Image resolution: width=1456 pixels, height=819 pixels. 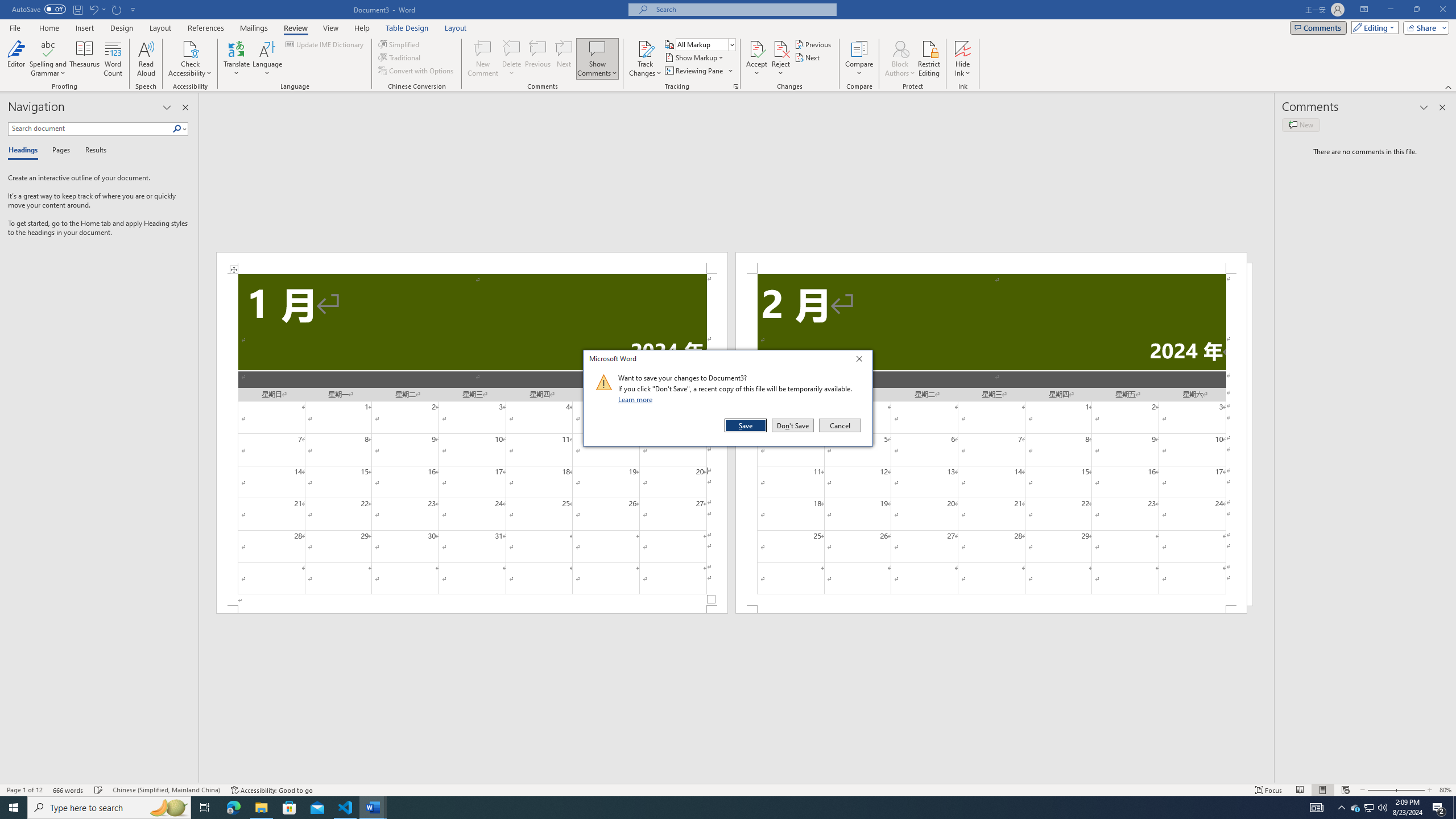 What do you see at coordinates (260, 806) in the screenshot?
I see `'File Explorer - 1 running window'` at bounding box center [260, 806].